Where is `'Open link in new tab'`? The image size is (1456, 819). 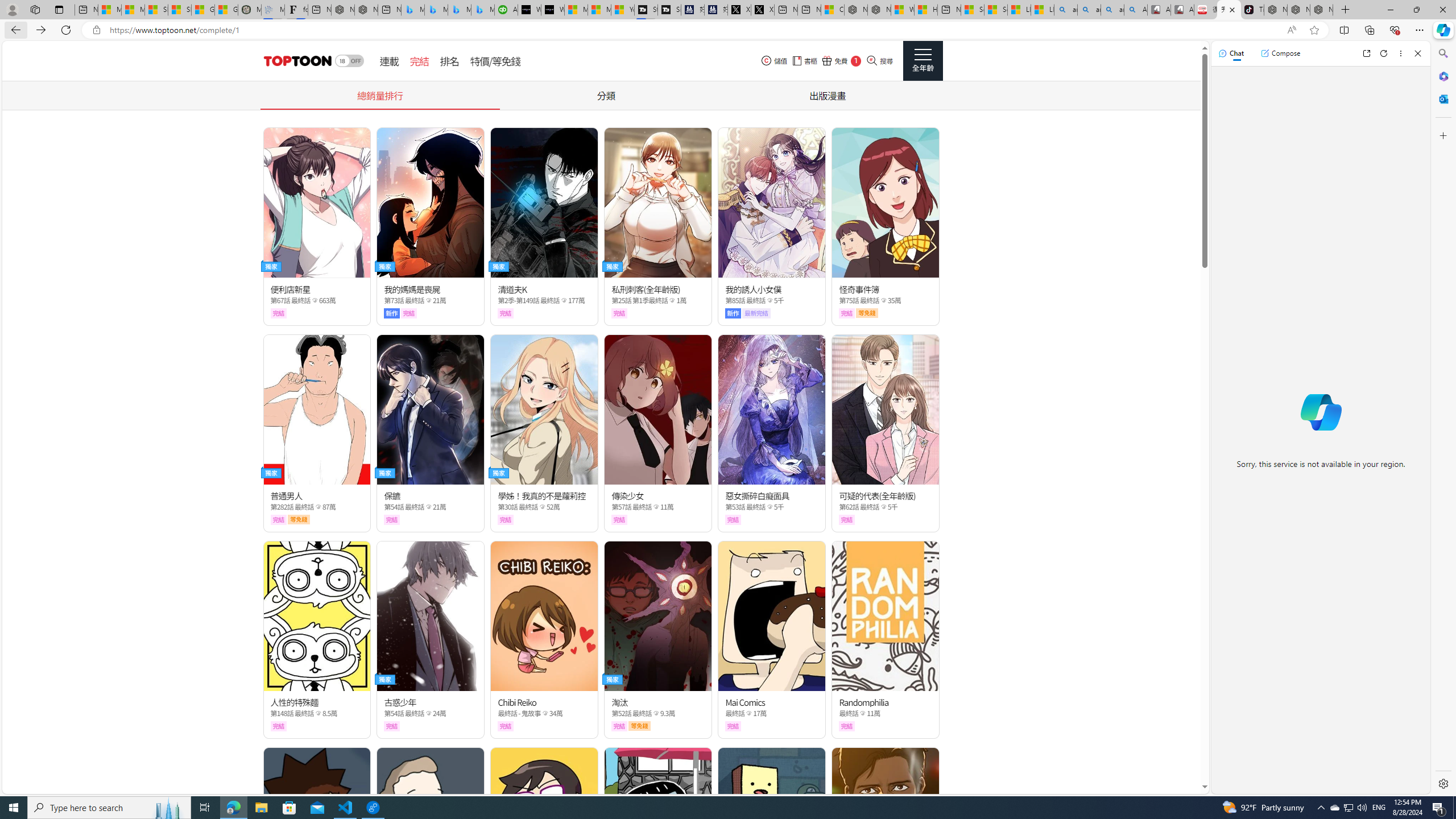
'Open link in new tab' is located at coordinates (1366, 53).